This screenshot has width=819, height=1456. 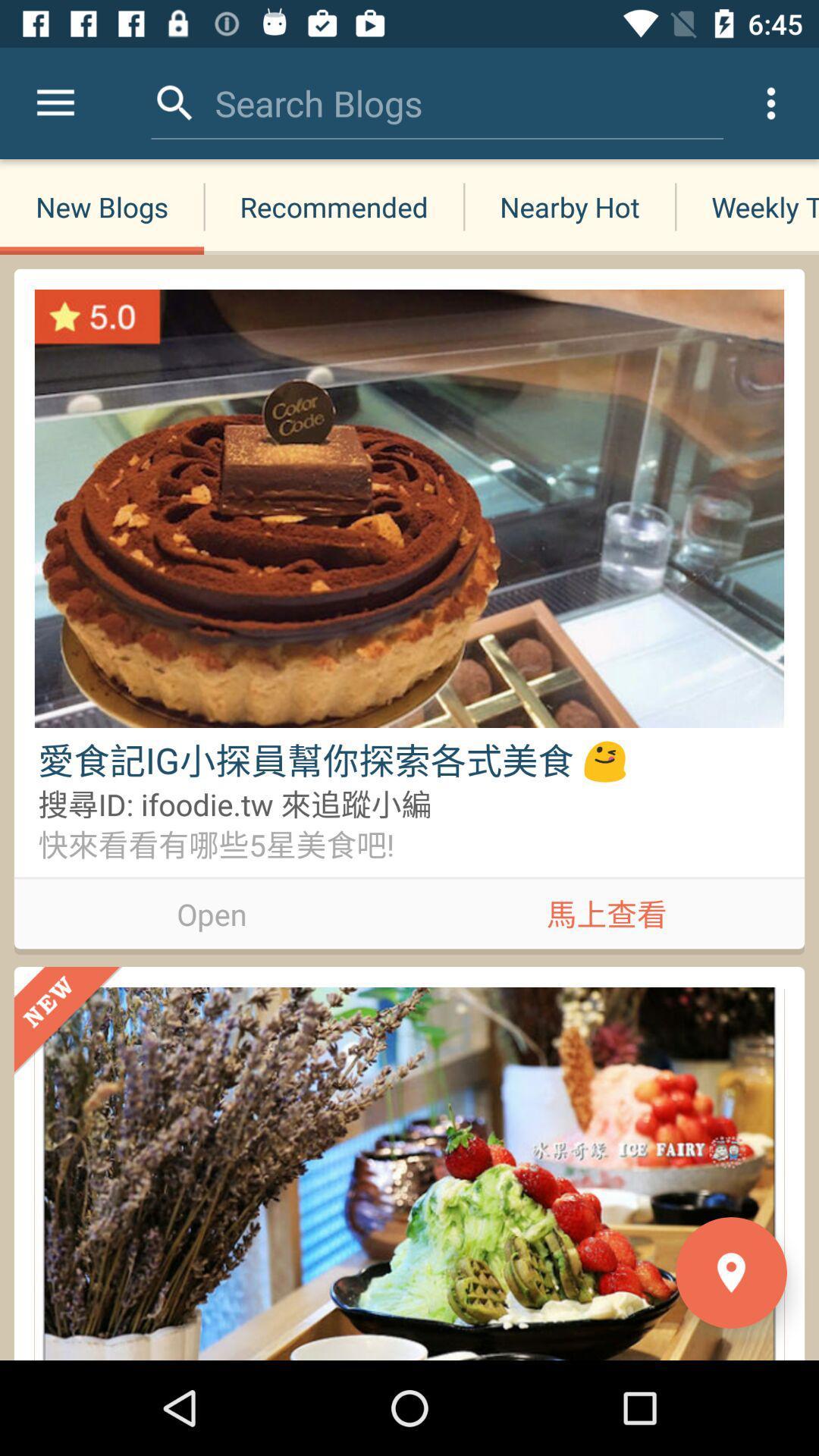 I want to click on the icon to the left of the nearby hot, so click(x=318, y=102).